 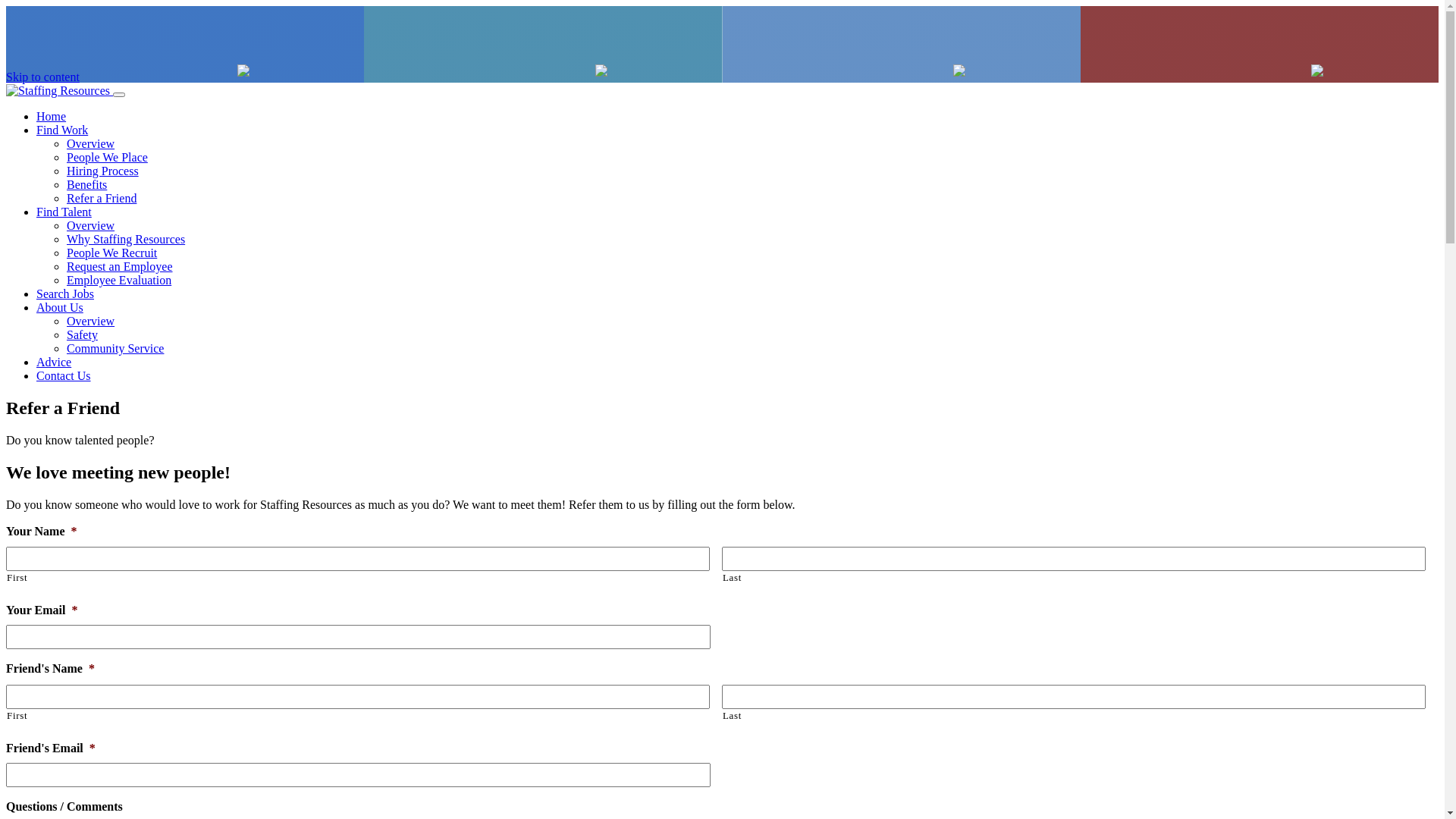 What do you see at coordinates (65, 171) in the screenshot?
I see `'Hiring Process'` at bounding box center [65, 171].